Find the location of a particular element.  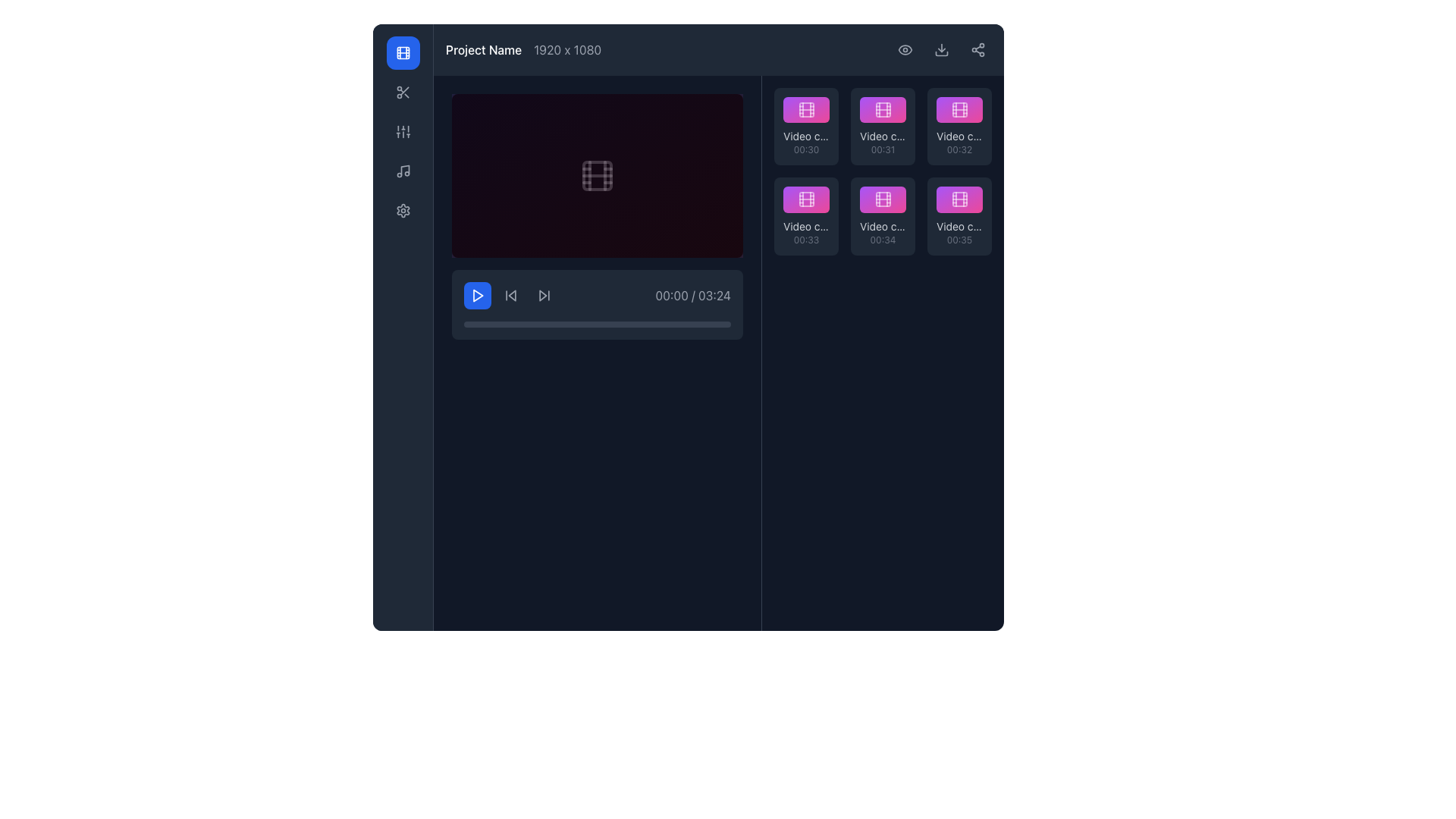

the image placeholder with an embedded video icon located at the top-left corner of the grid layout in the right column is located at coordinates (805, 109).